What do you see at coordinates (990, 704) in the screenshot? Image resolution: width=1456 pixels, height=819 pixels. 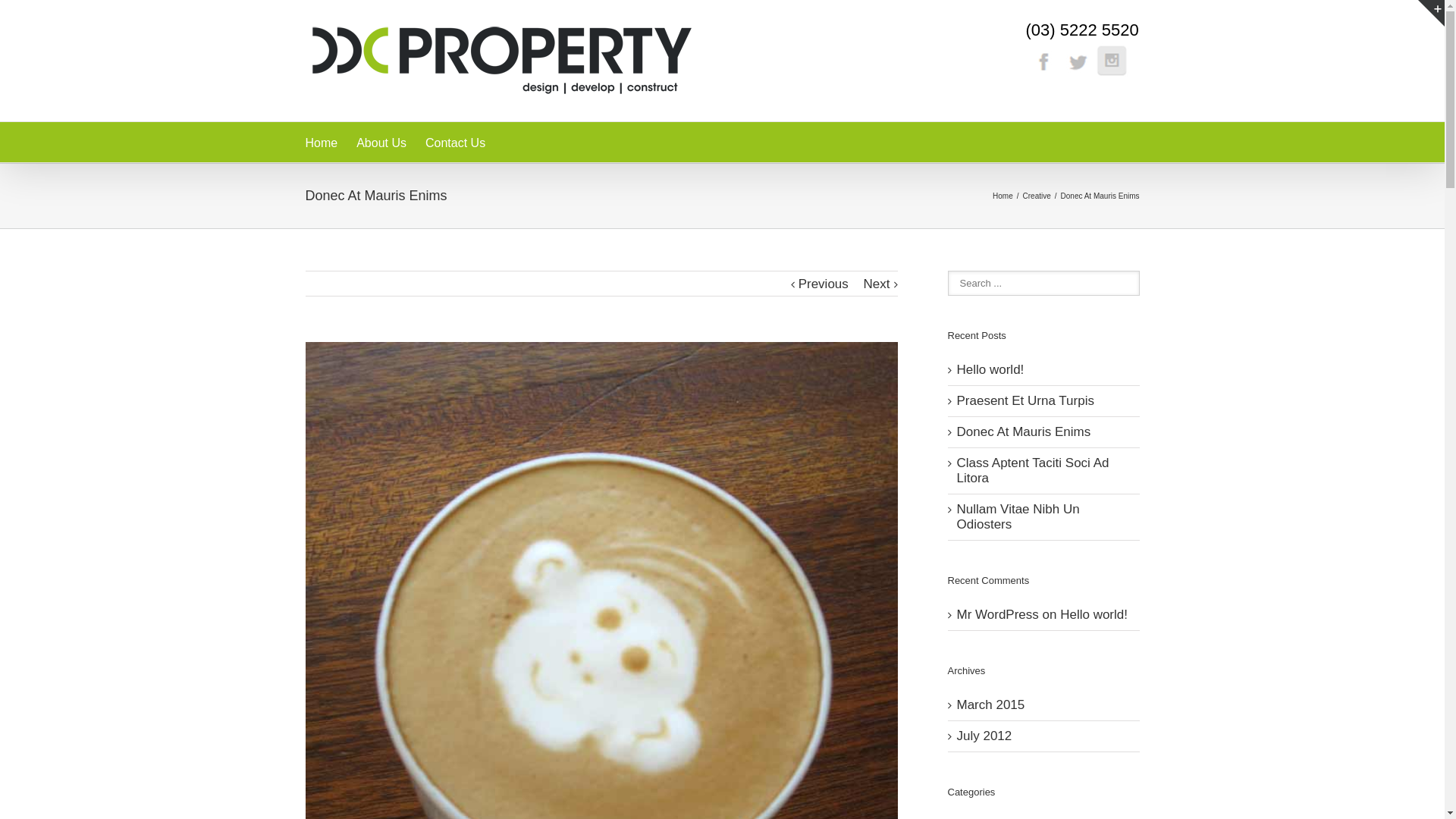 I see `'March 2015'` at bounding box center [990, 704].